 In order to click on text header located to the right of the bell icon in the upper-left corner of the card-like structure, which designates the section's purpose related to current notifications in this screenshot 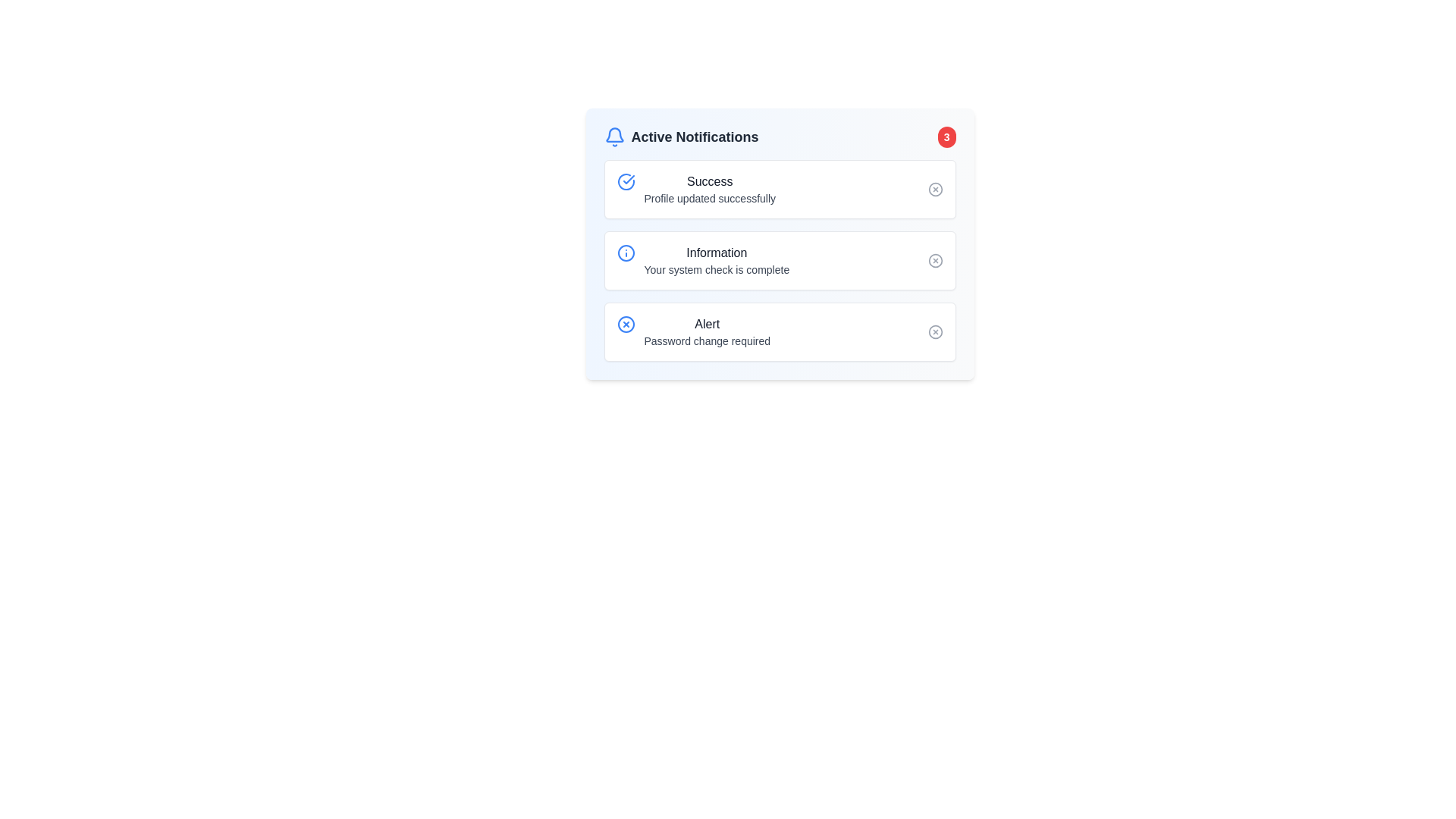, I will do `click(694, 137)`.